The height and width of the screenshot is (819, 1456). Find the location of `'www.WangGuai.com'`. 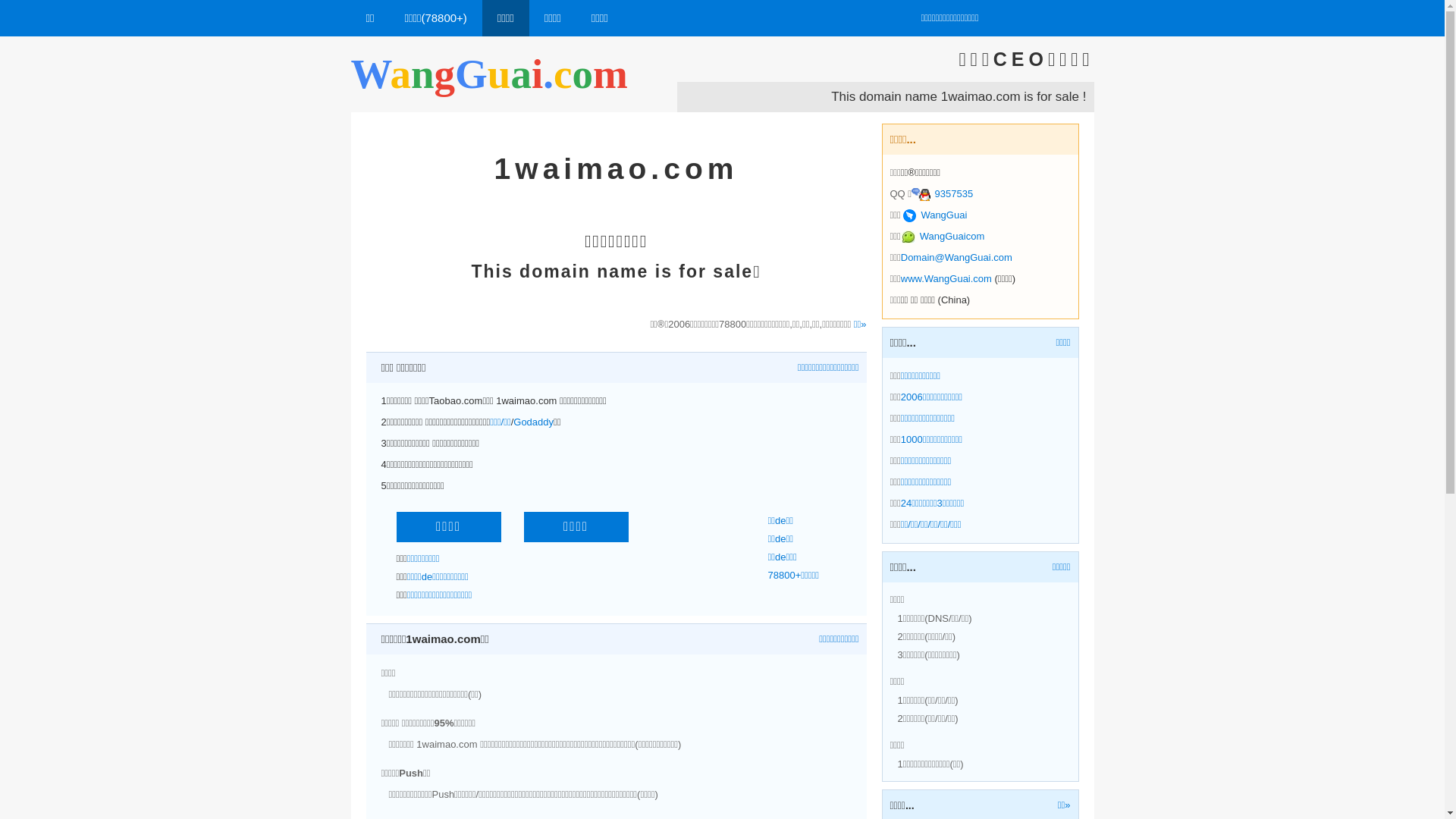

'www.WangGuai.com' is located at coordinates (901, 278).